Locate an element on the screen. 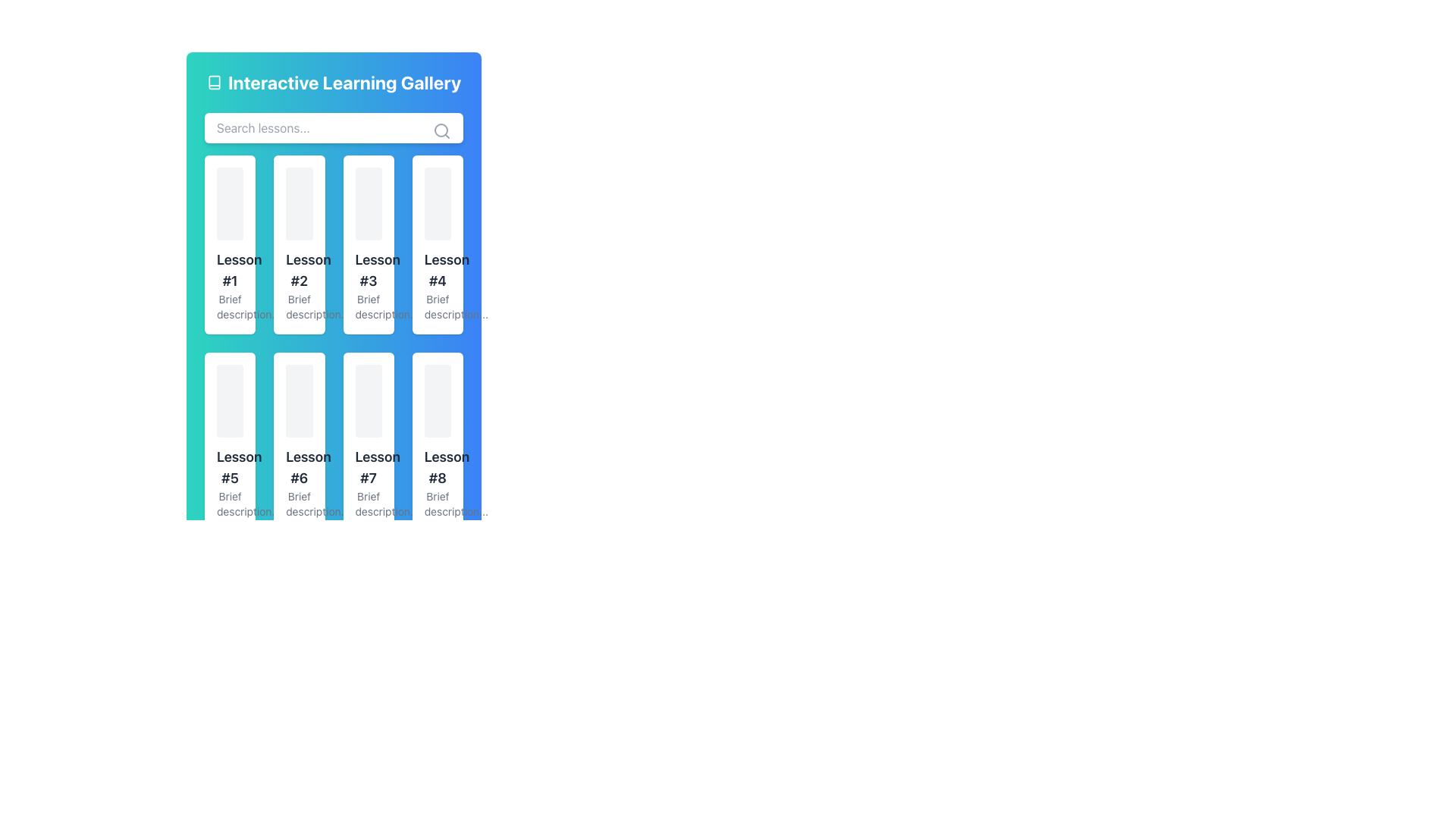 Image resolution: width=1456 pixels, height=819 pixels. the rectangular card with a white background that contains 'Lesson #8' and a brief description, located in the second row and fourth column of the lesson cards grid is located at coordinates (437, 441).